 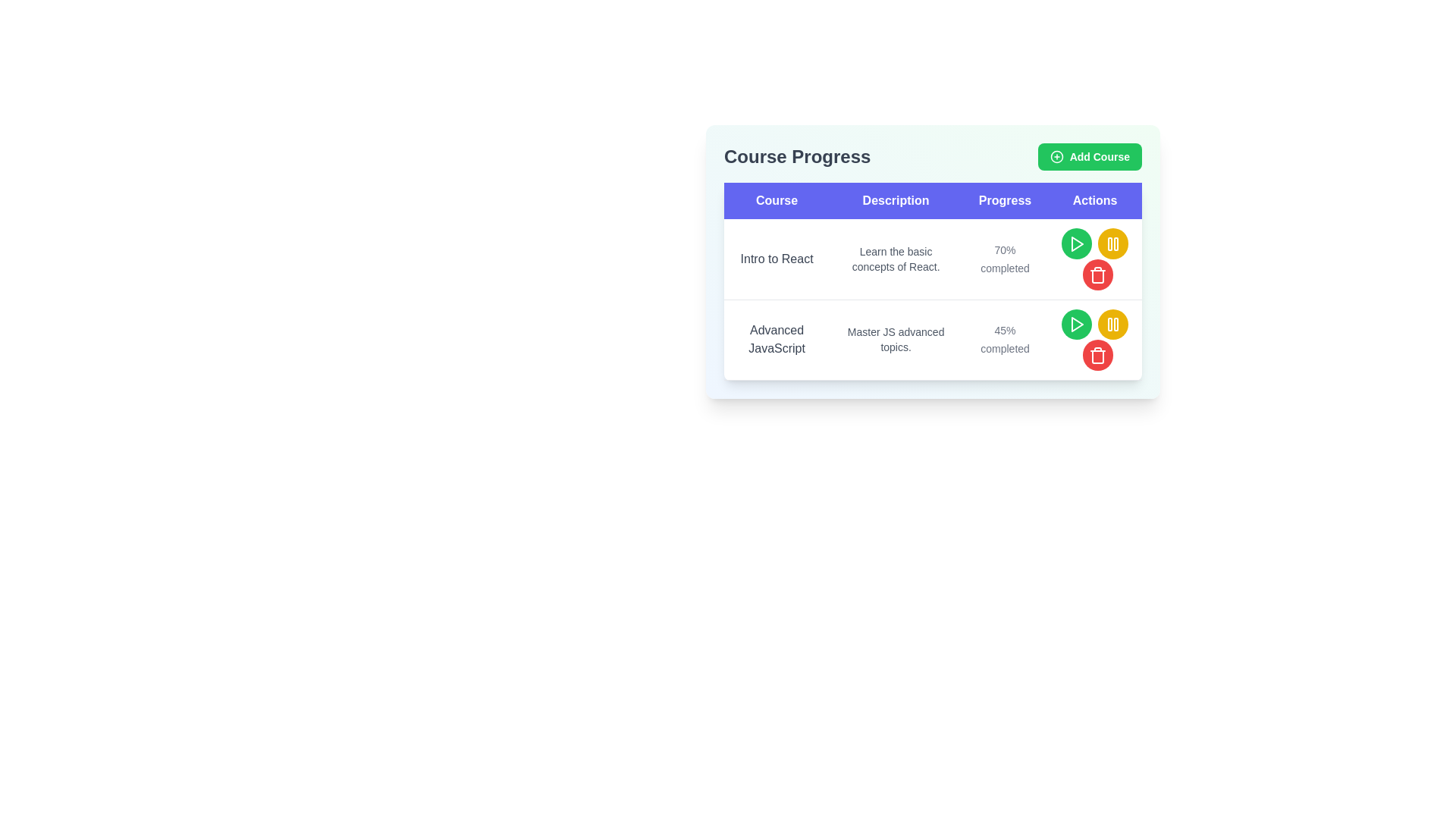 I want to click on a course in the tabular layout within the 'Course Progress' section, so click(x=932, y=261).